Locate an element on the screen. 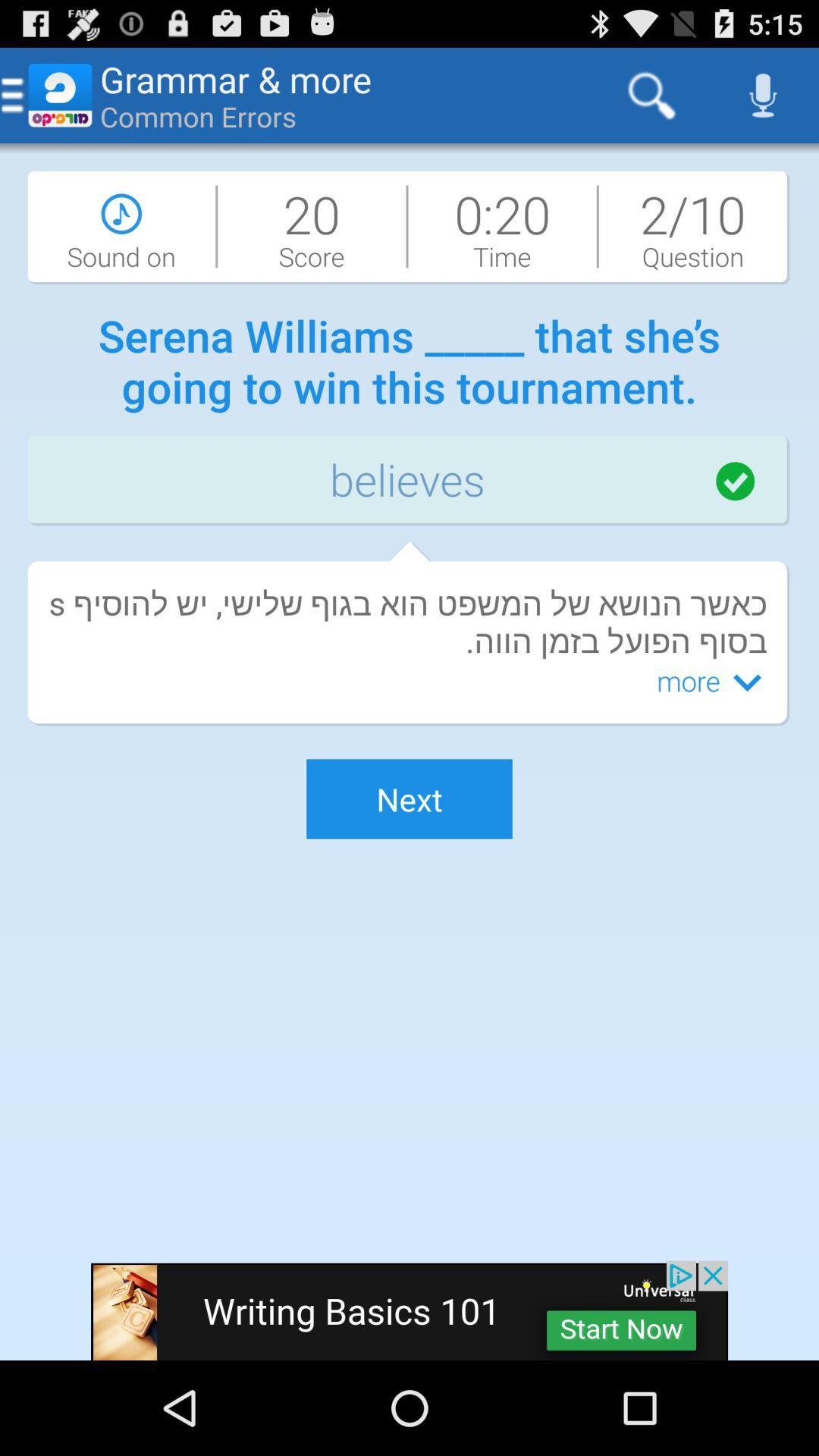 This screenshot has width=819, height=1456. writing basics is located at coordinates (409, 1310).